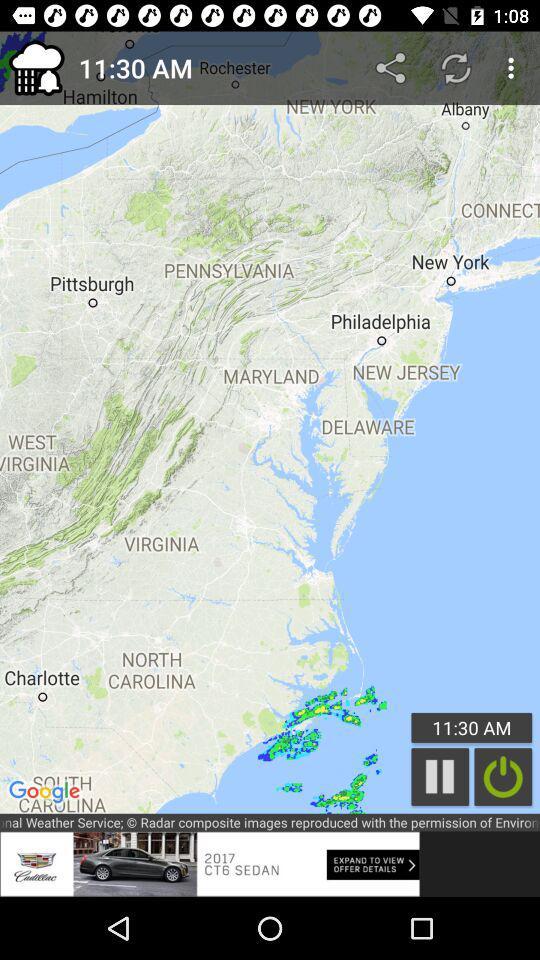 The image size is (540, 960). Describe the element at coordinates (209, 863) in the screenshot. I see `the advertisement` at that location.